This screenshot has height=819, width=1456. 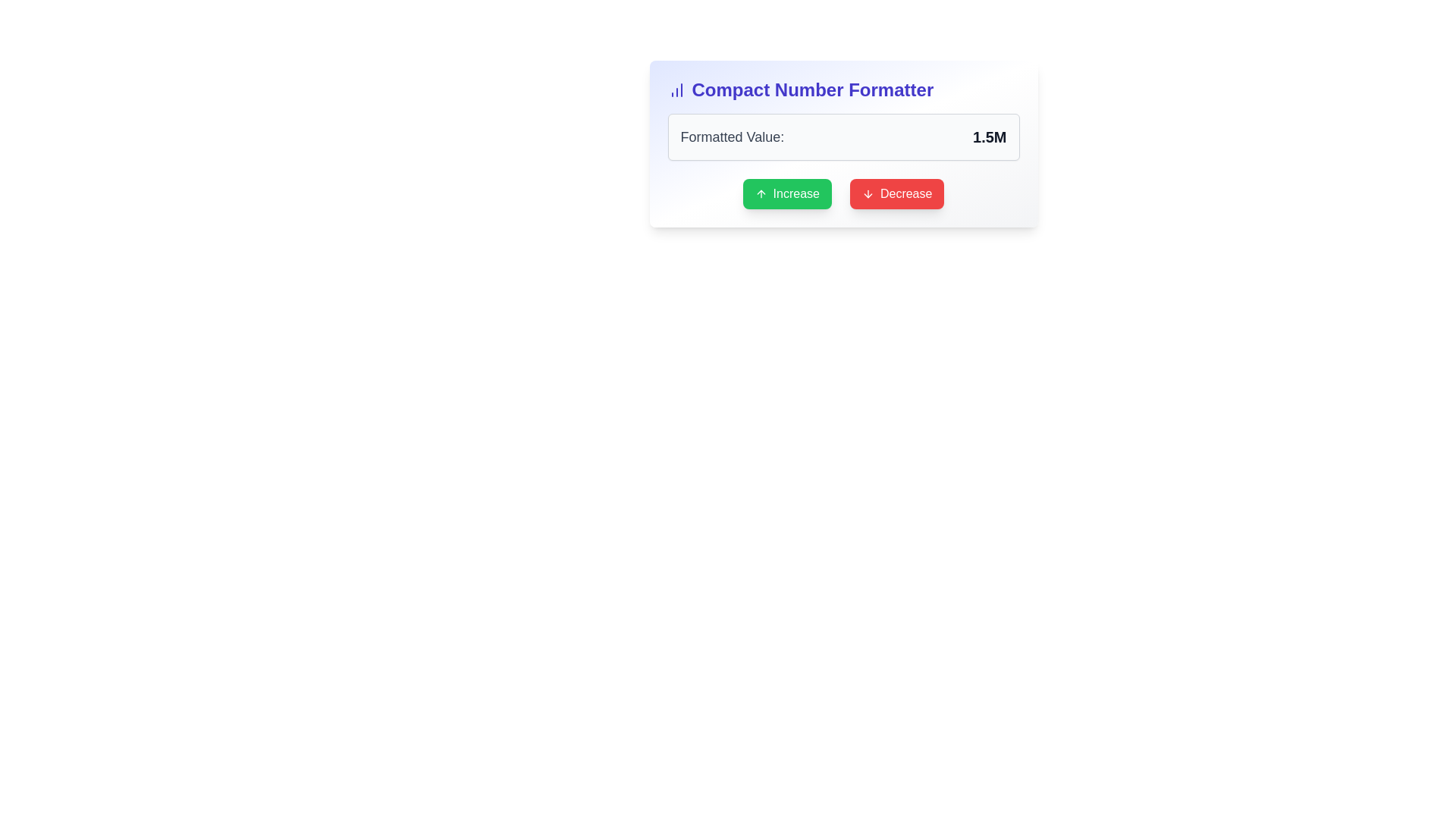 I want to click on the text label styled with medium-sized, gray-colored font that reads 'Formatted Value:', positioned to the left of the bold text '1.5M', so click(x=732, y=137).